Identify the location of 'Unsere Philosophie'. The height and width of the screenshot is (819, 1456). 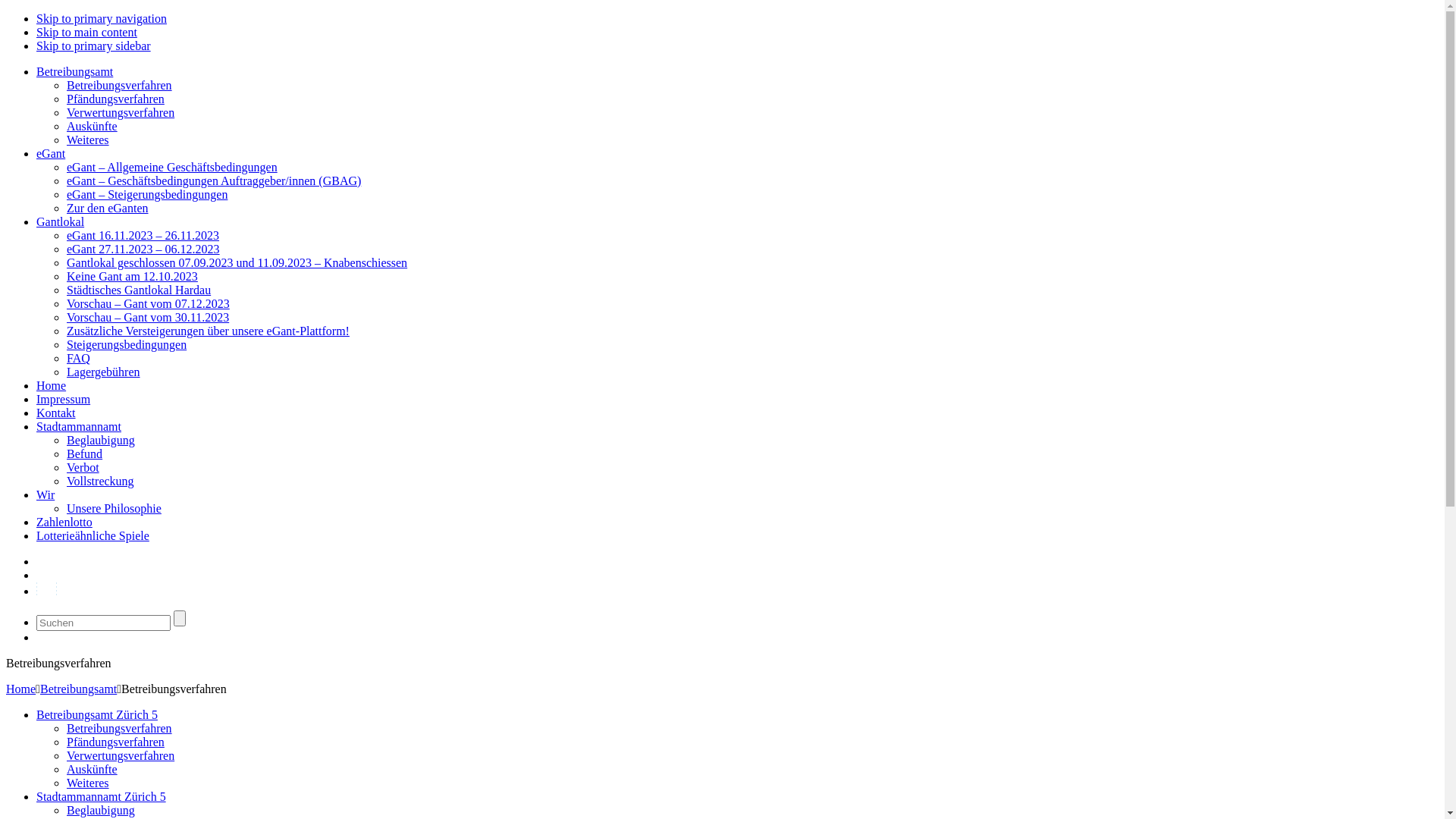
(113, 508).